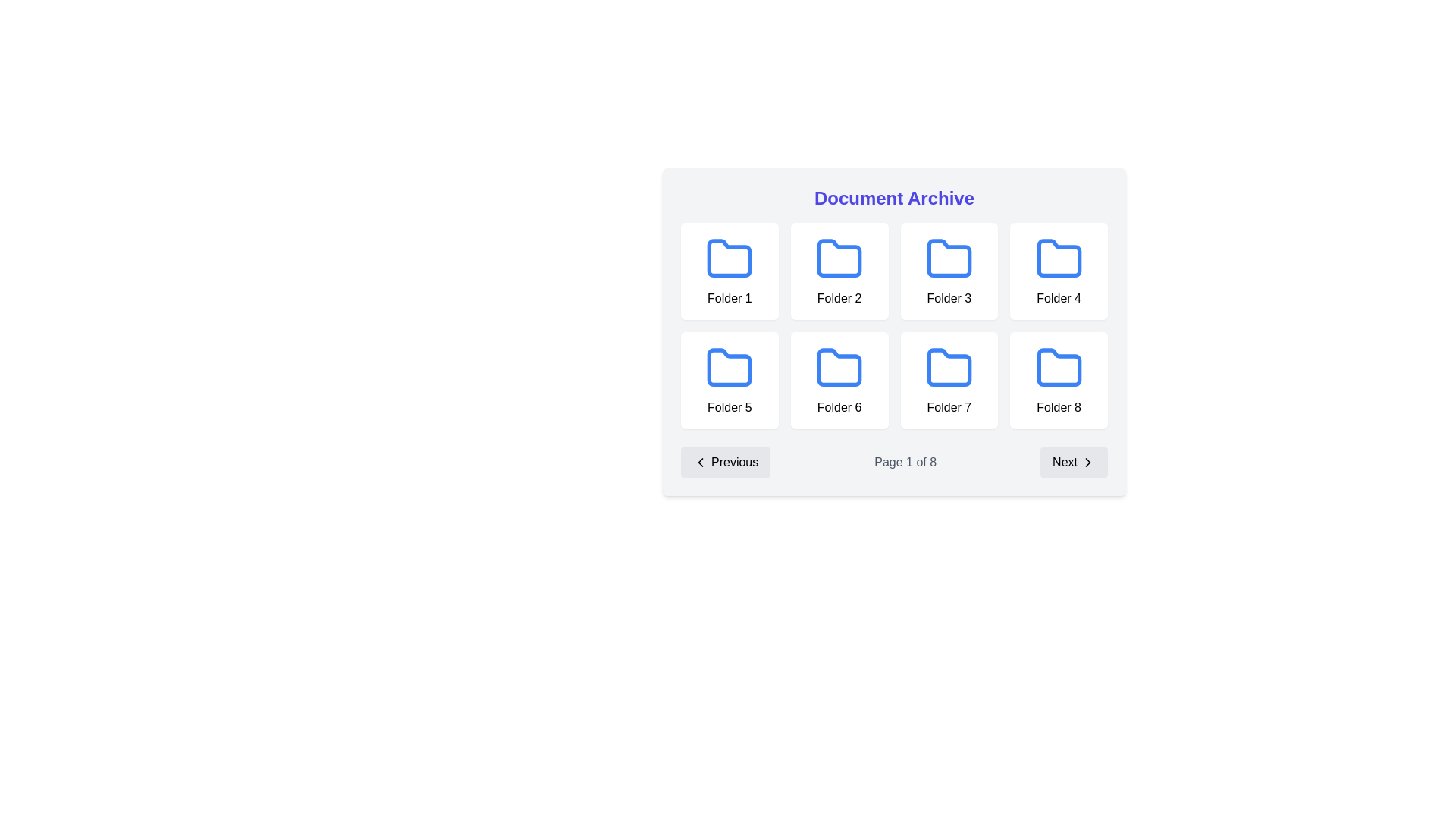 Image resolution: width=1456 pixels, height=819 pixels. What do you see at coordinates (839, 298) in the screenshot?
I see `text label displaying 'Folder 2' which is centered below the blue folder icon in the second tile of the top row in the grid layout` at bounding box center [839, 298].